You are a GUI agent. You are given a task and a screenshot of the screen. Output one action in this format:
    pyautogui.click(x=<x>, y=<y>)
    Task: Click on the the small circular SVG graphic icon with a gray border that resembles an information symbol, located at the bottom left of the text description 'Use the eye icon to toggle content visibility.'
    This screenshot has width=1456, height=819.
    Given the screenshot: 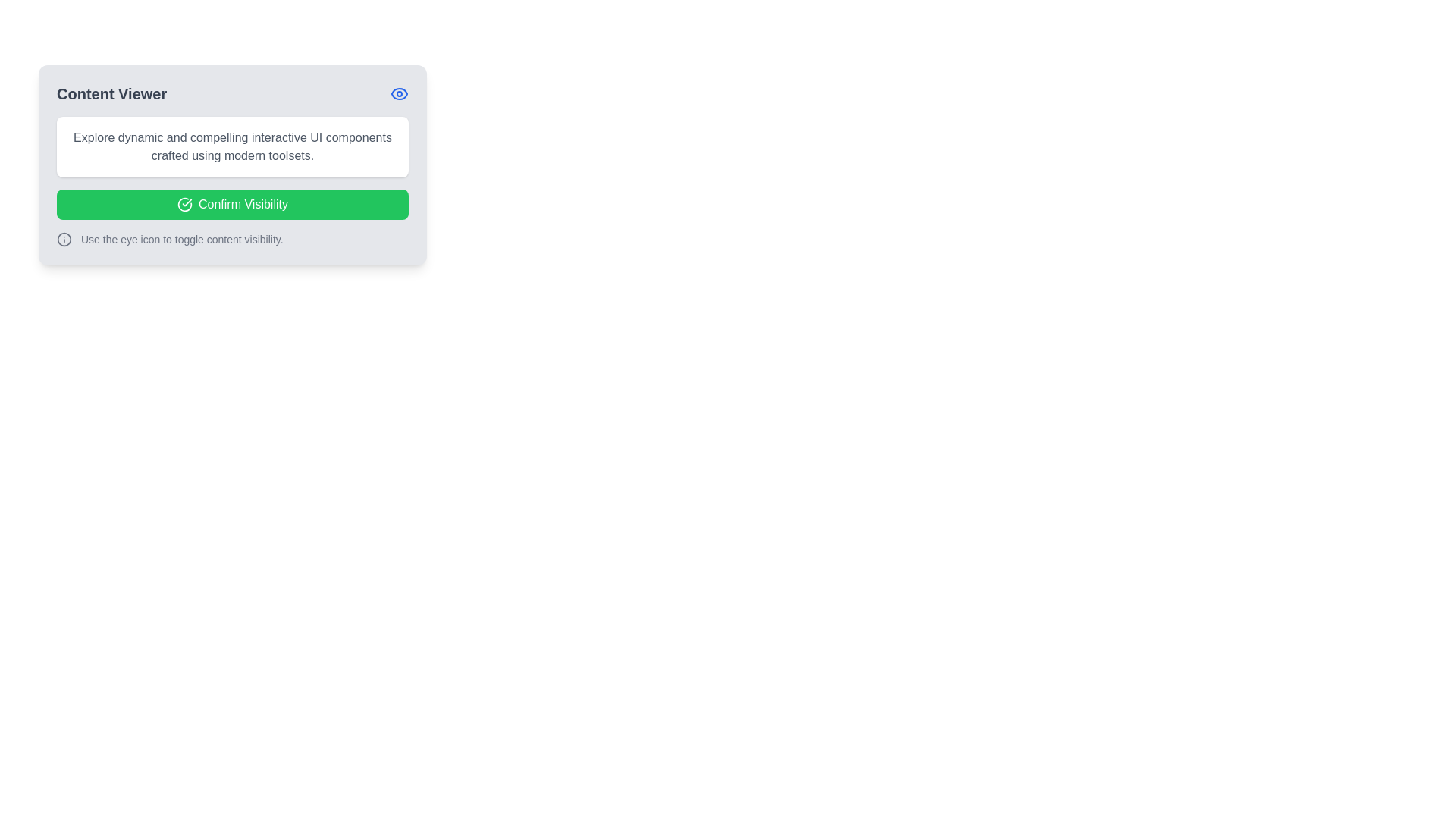 What is the action you would take?
    pyautogui.click(x=64, y=239)
    